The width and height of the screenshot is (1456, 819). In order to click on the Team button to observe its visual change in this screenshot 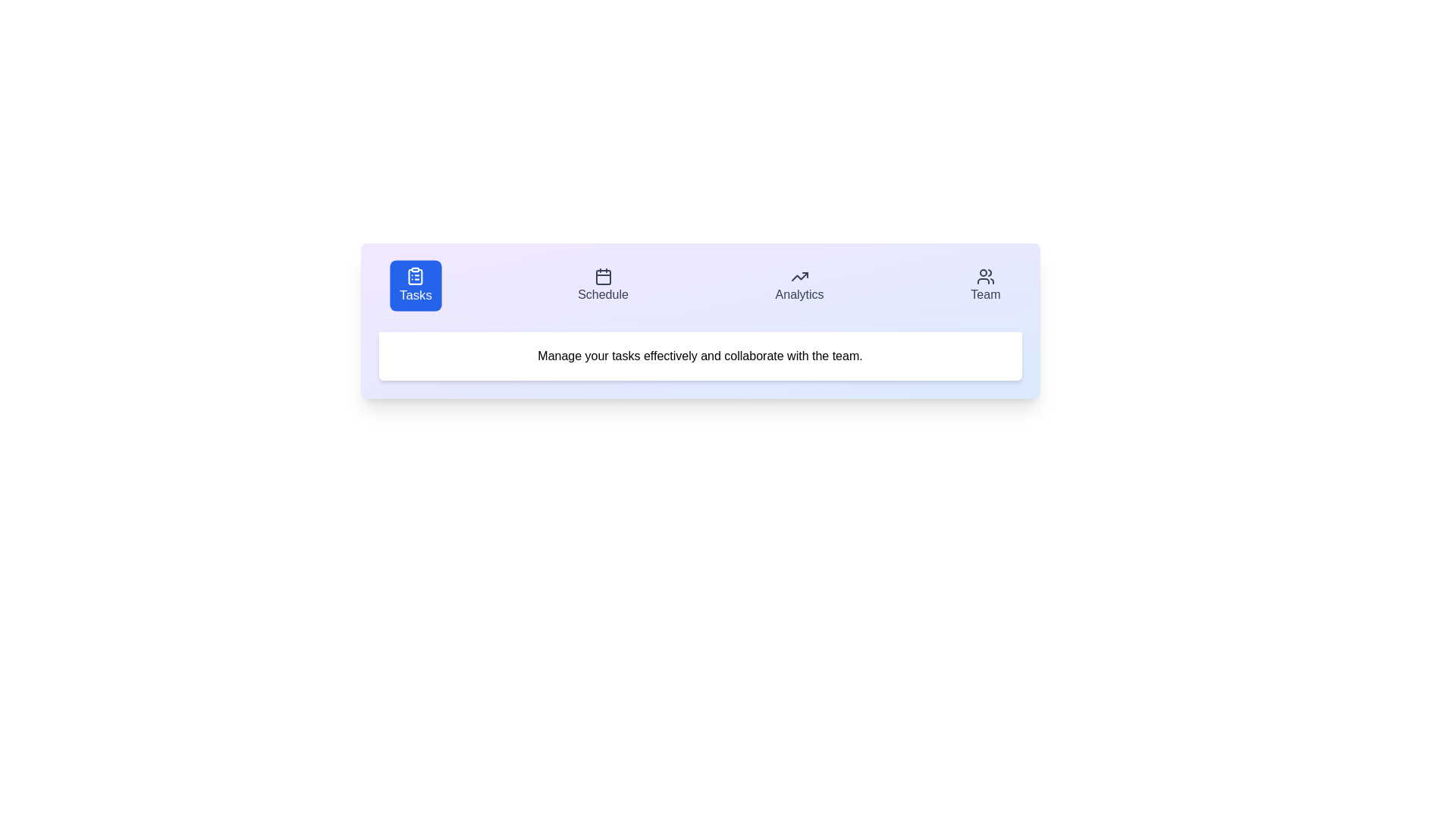, I will do `click(985, 286)`.